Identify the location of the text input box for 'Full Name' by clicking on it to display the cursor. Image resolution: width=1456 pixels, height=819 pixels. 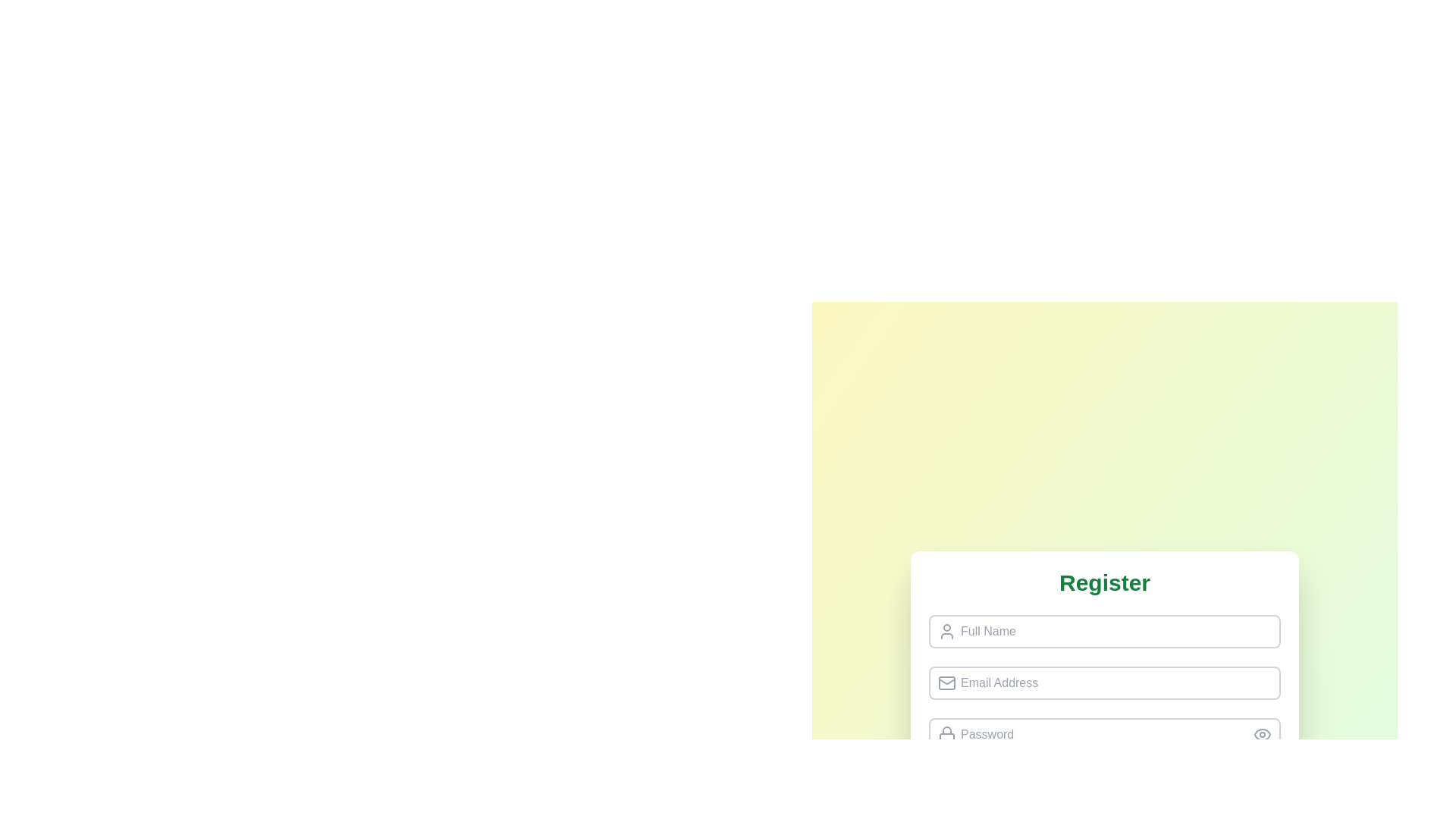
(1105, 632).